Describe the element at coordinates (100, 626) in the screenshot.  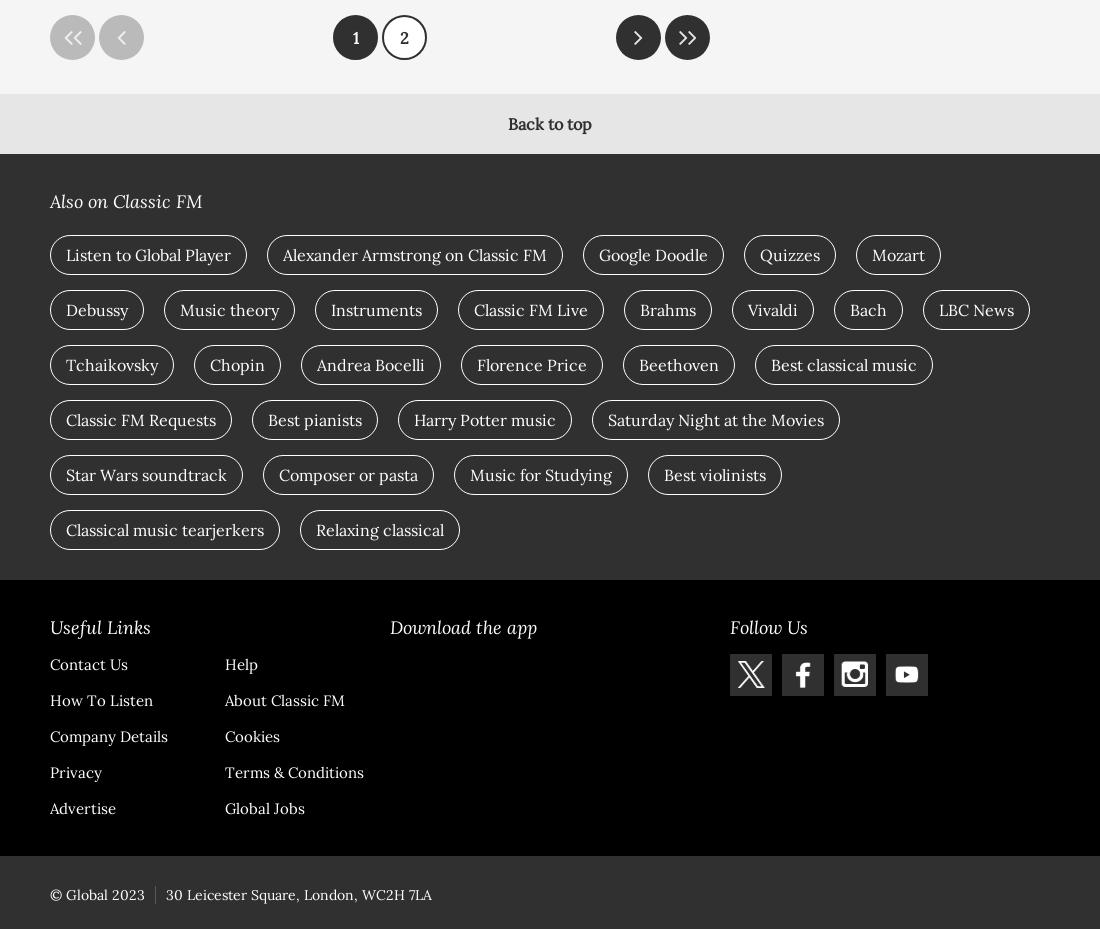
I see `'Useful Links'` at that location.